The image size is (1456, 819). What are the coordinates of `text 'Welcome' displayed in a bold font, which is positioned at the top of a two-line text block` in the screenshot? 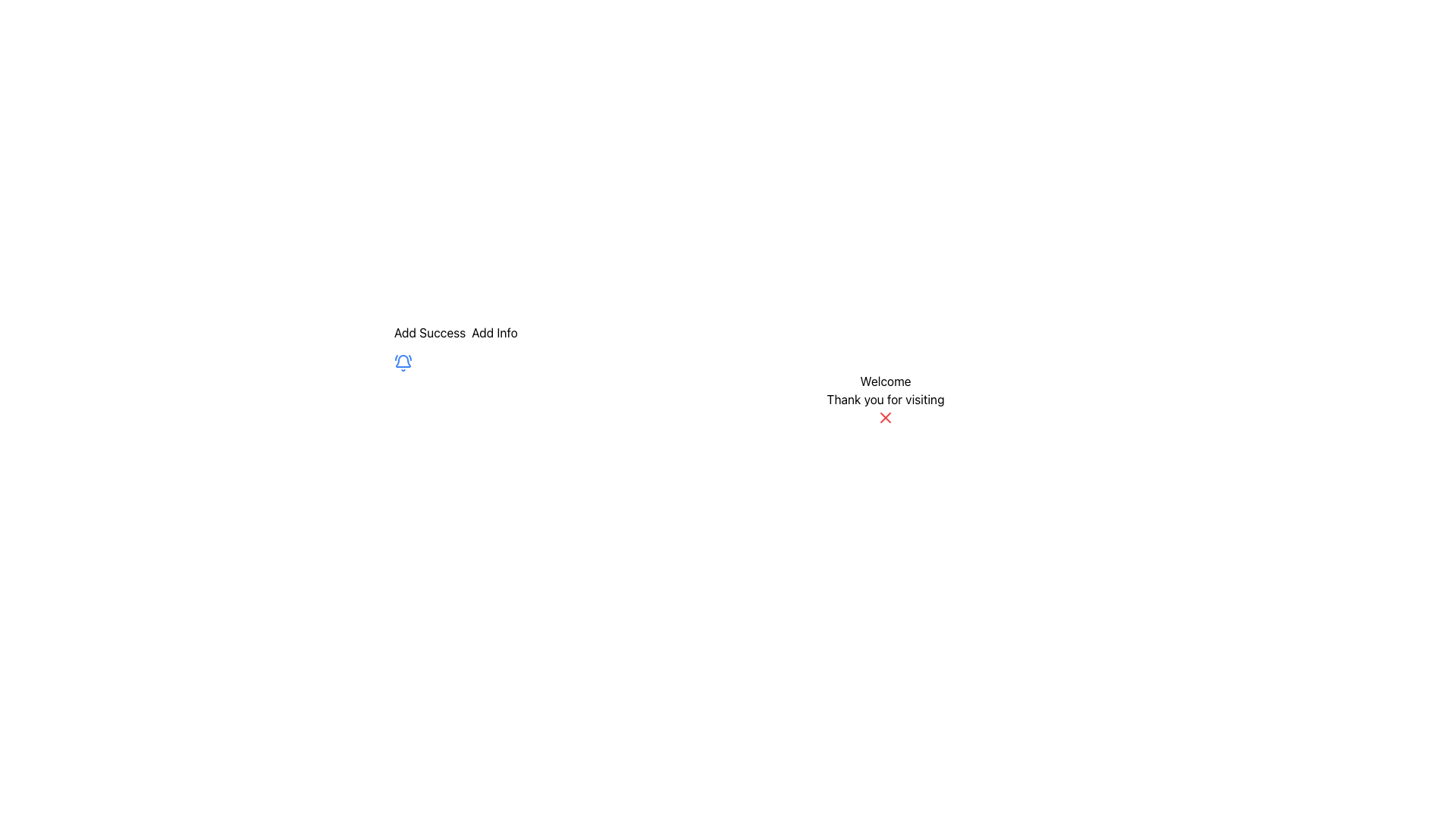 It's located at (885, 380).